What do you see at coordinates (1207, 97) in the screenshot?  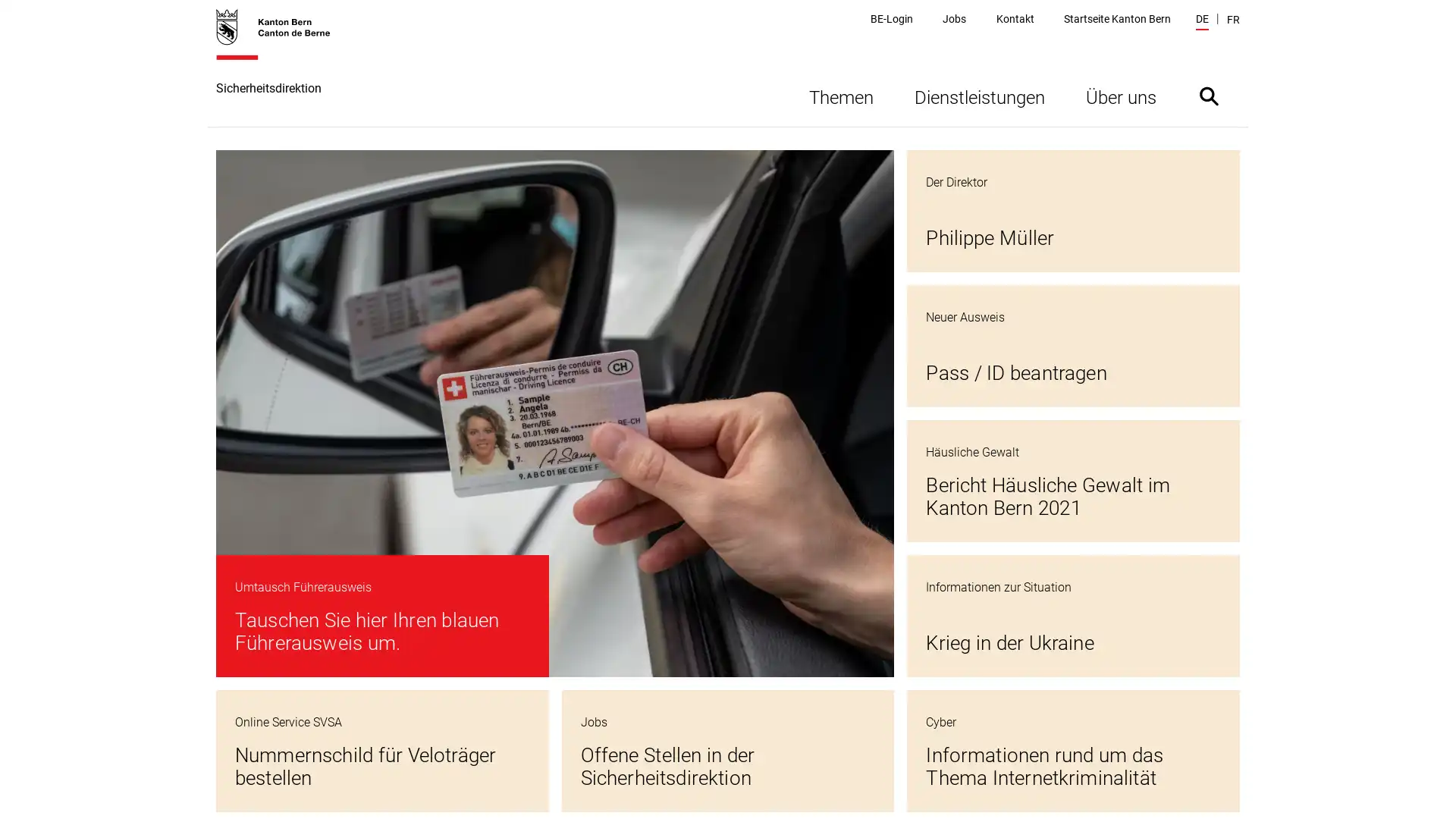 I see `Suche ein- oder ausblenden` at bounding box center [1207, 97].